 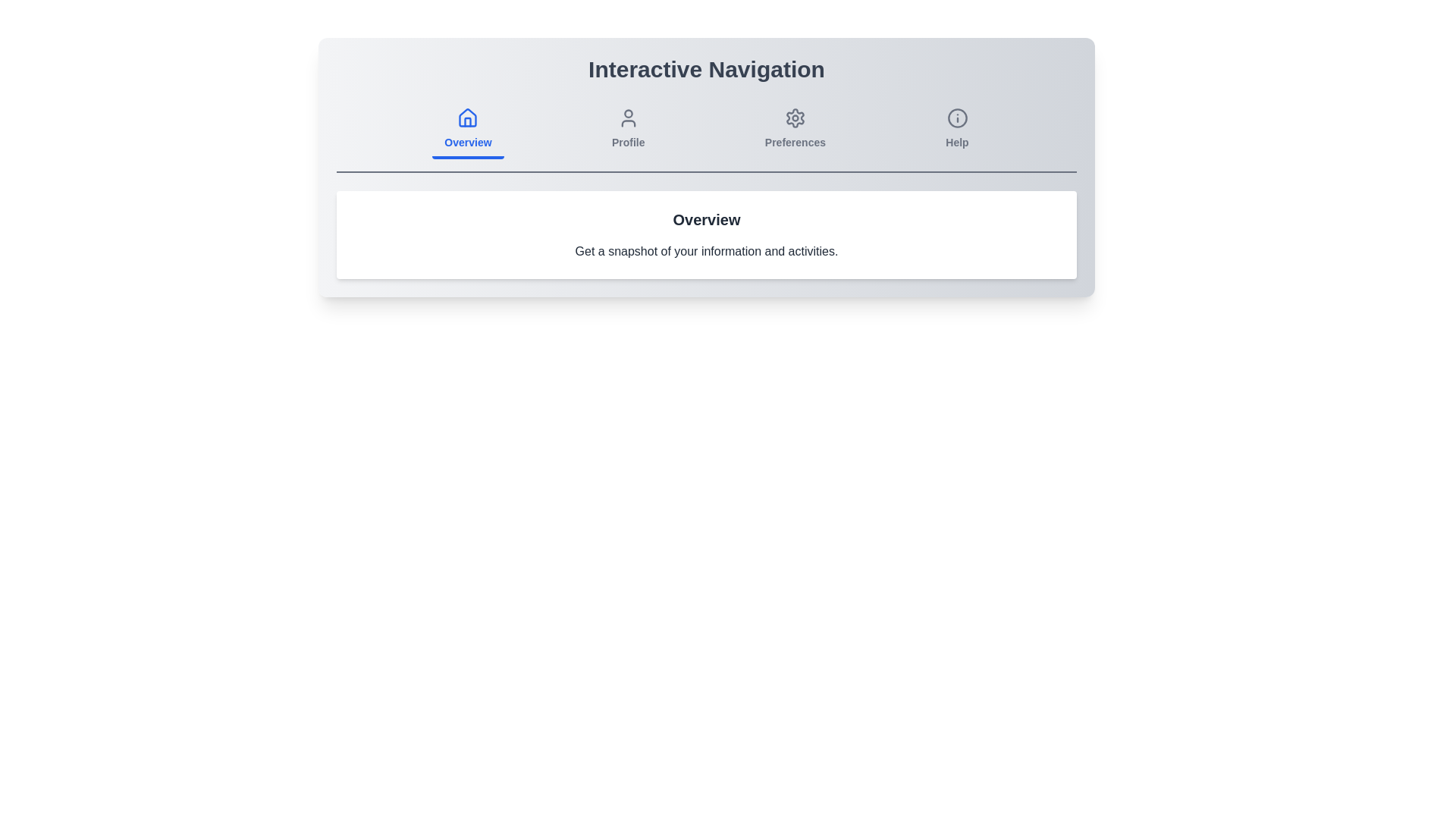 I want to click on the tab labeled Profile to inspect its content and layout, so click(x=628, y=130).